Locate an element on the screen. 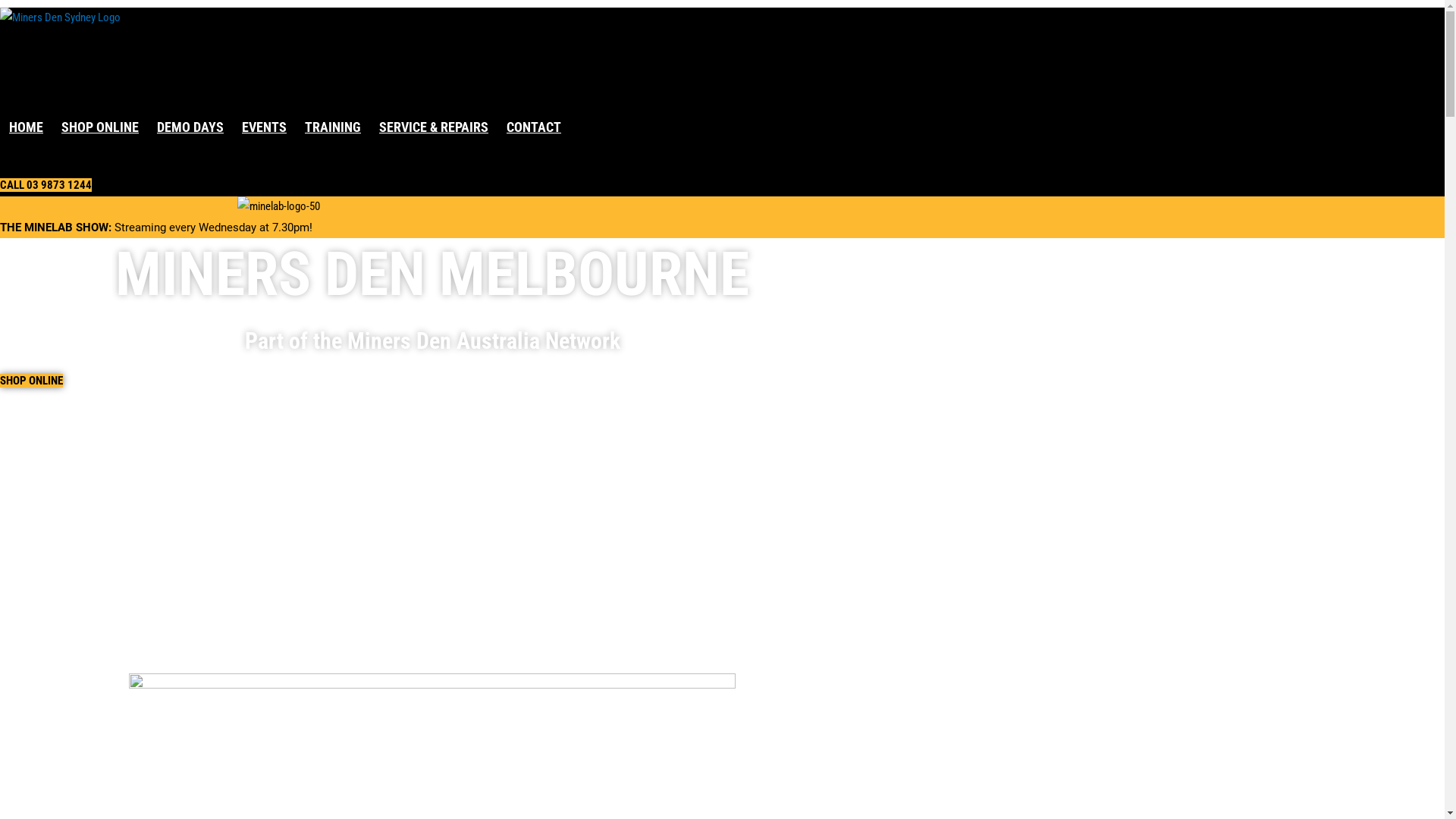 The width and height of the screenshot is (1456, 819). 'SHOP ONLINE' is located at coordinates (31, 379).